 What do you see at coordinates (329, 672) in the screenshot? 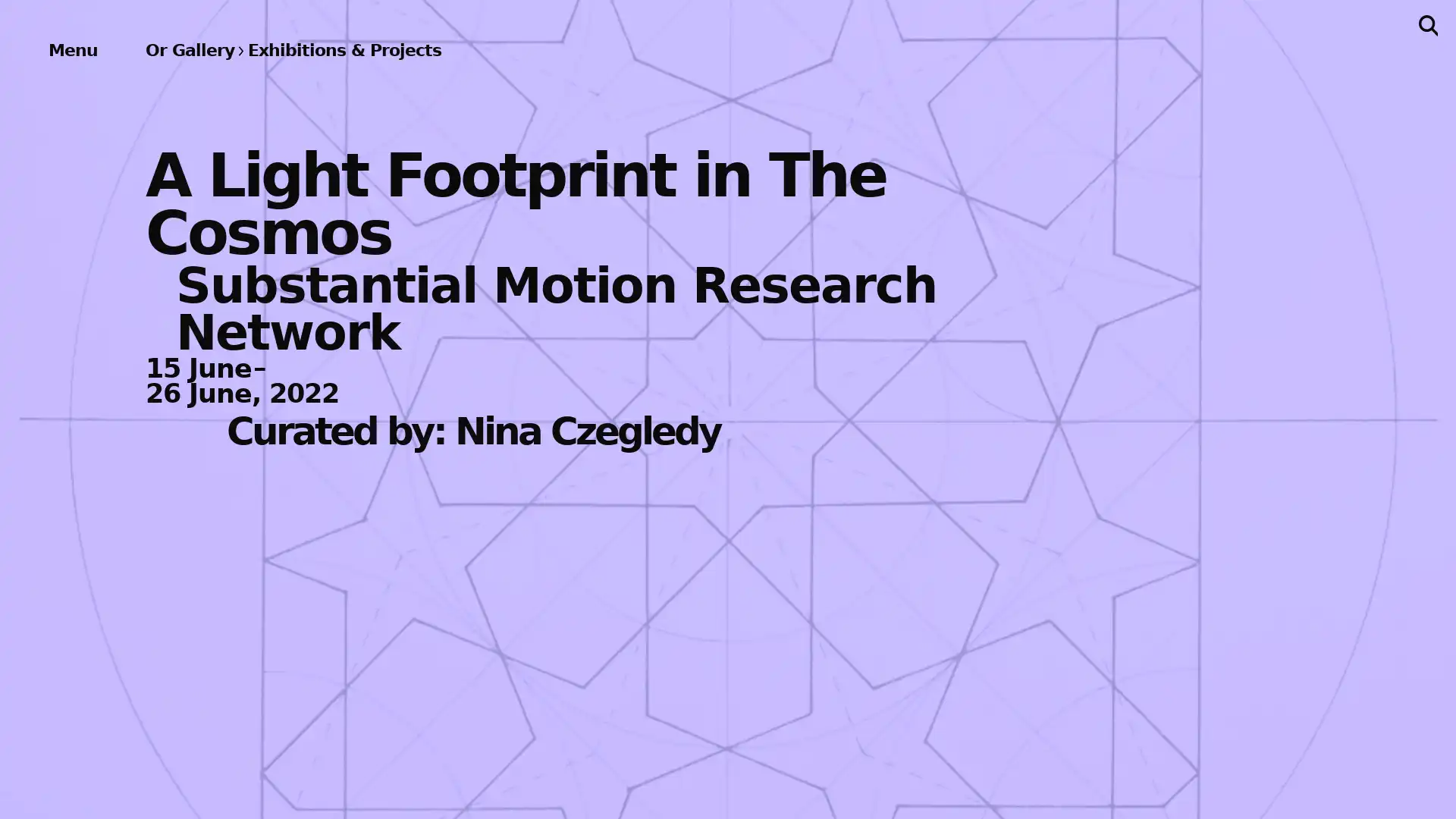
I see `Support` at bounding box center [329, 672].